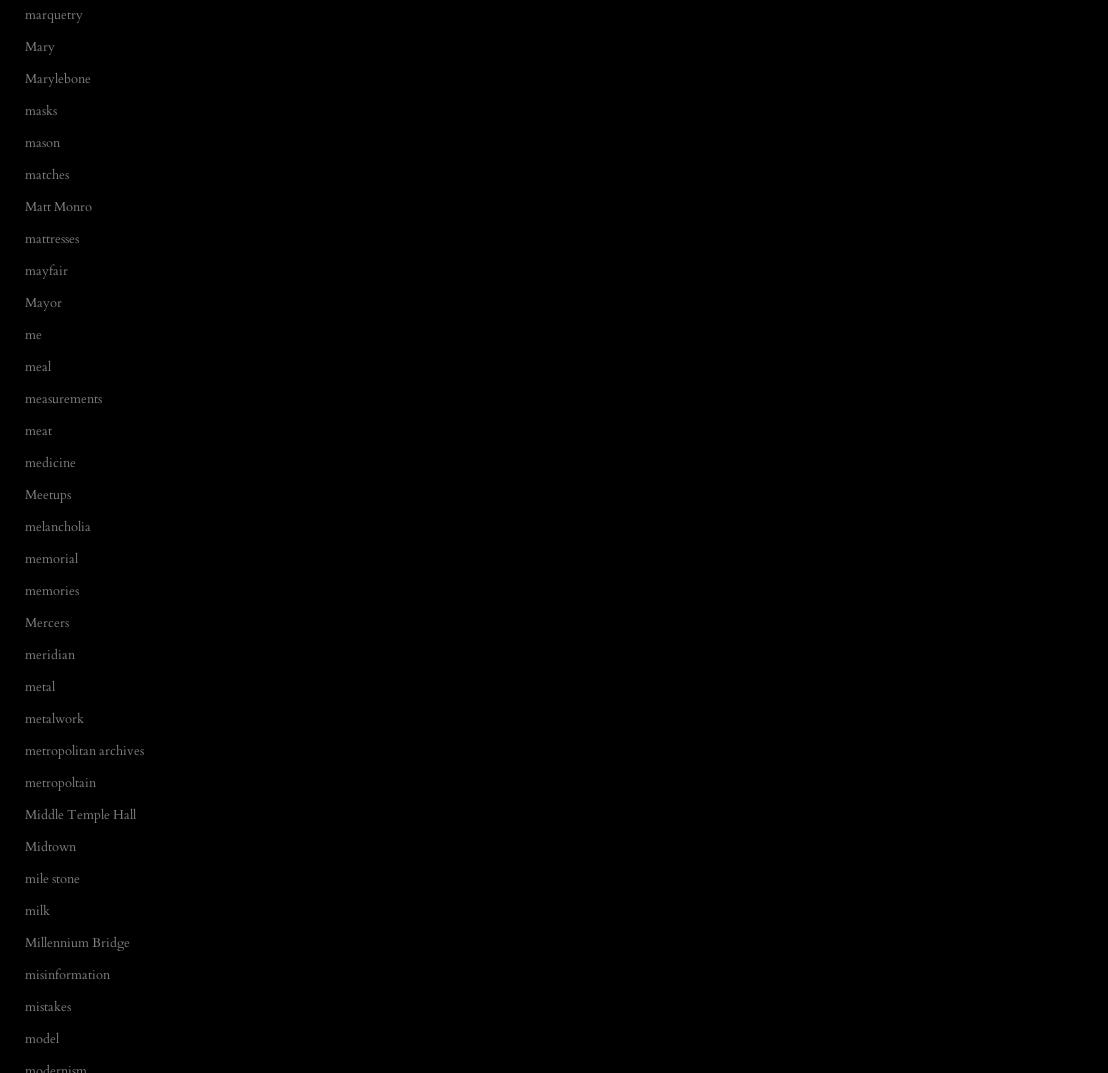 The height and width of the screenshot is (1073, 1108). Describe the element at coordinates (79, 813) in the screenshot. I see `'Middle Temple Hall'` at that location.